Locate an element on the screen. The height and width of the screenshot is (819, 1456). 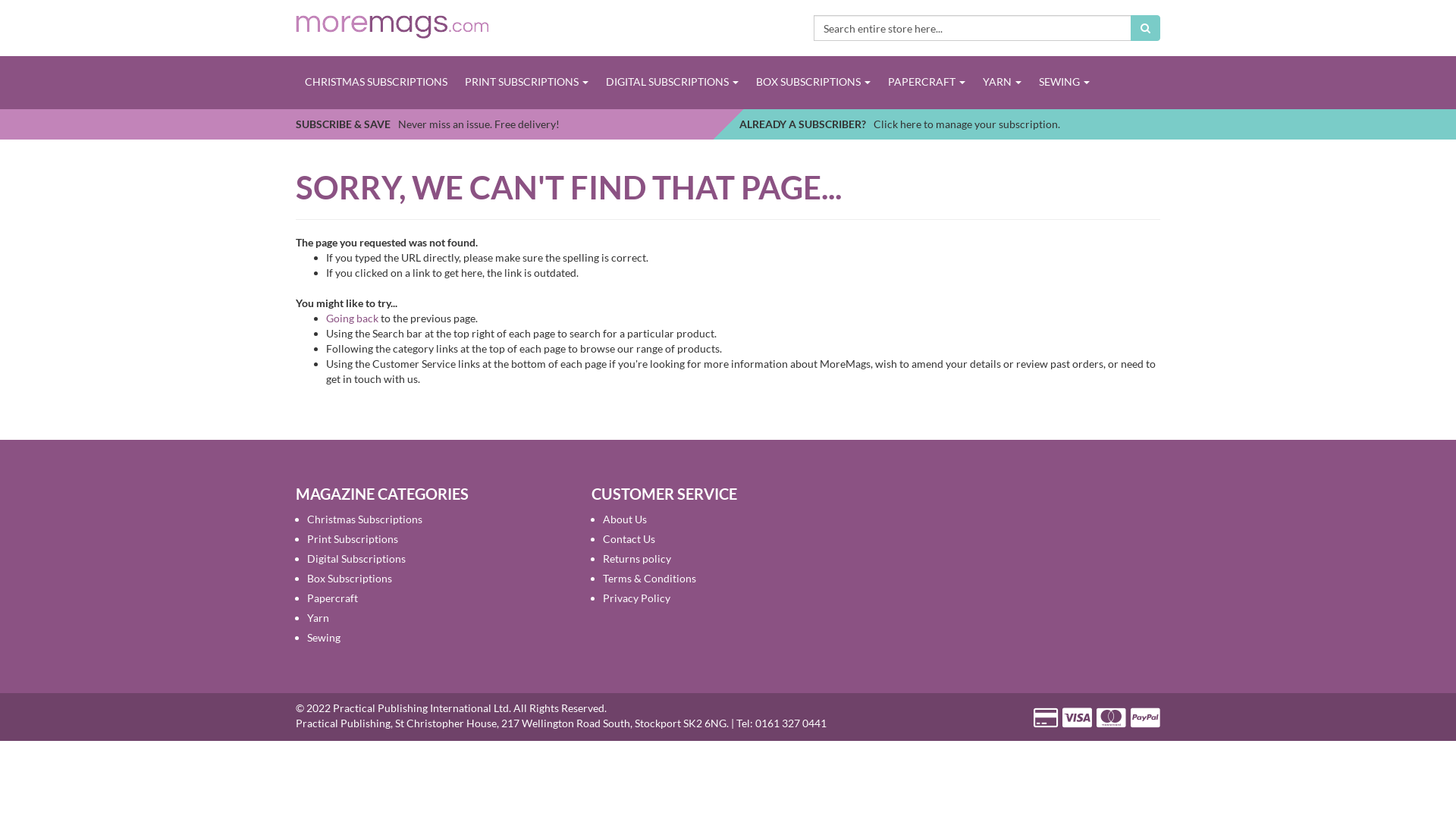
'CHRISTMAS SUBSCRIPTIONS' is located at coordinates (375, 82).